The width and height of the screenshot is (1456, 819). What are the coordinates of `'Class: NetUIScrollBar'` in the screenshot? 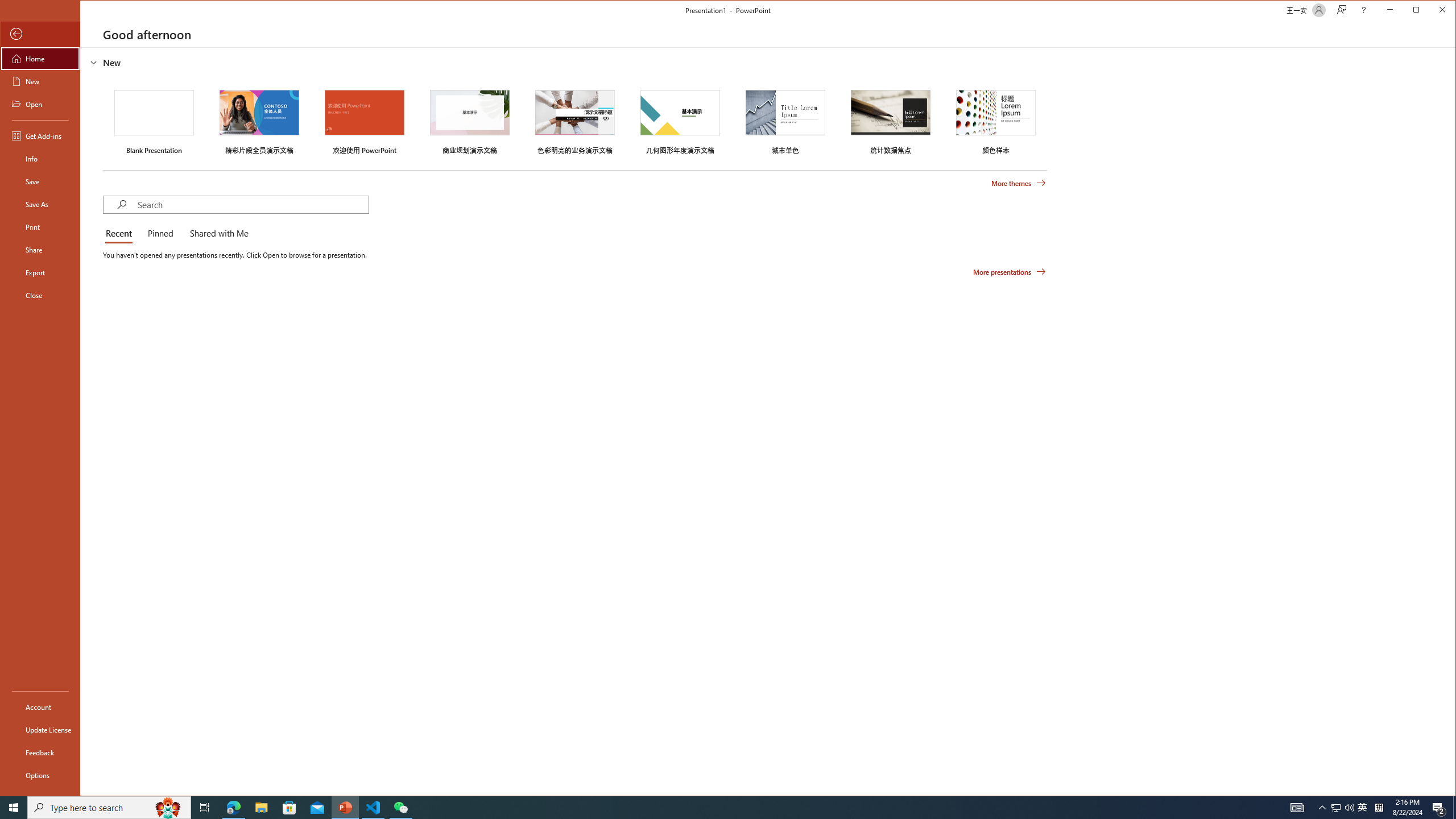 It's located at (1451, 421).